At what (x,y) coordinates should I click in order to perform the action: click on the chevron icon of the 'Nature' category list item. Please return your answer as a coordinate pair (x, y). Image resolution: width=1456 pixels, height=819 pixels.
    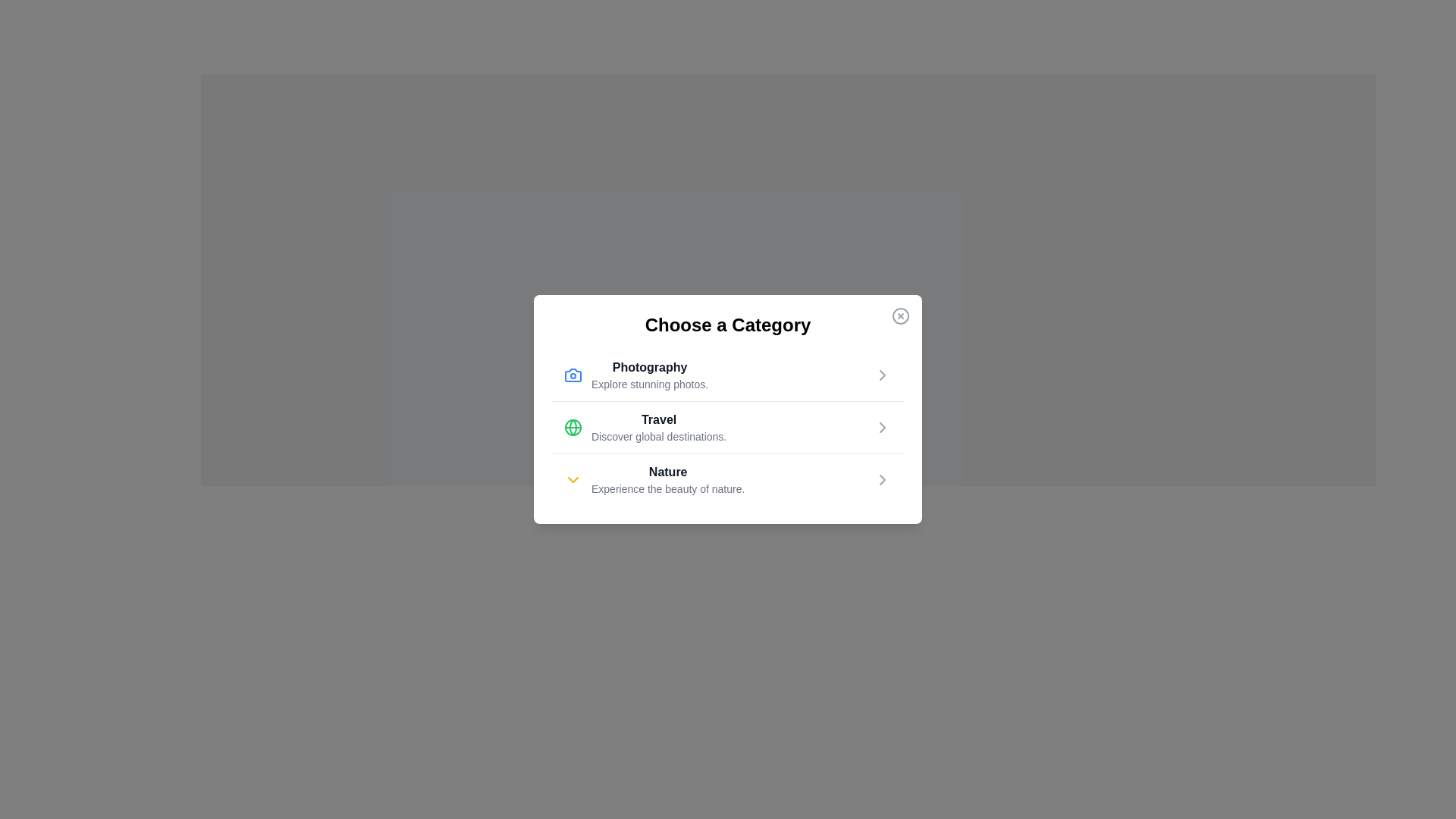
    Looking at the image, I should click on (654, 479).